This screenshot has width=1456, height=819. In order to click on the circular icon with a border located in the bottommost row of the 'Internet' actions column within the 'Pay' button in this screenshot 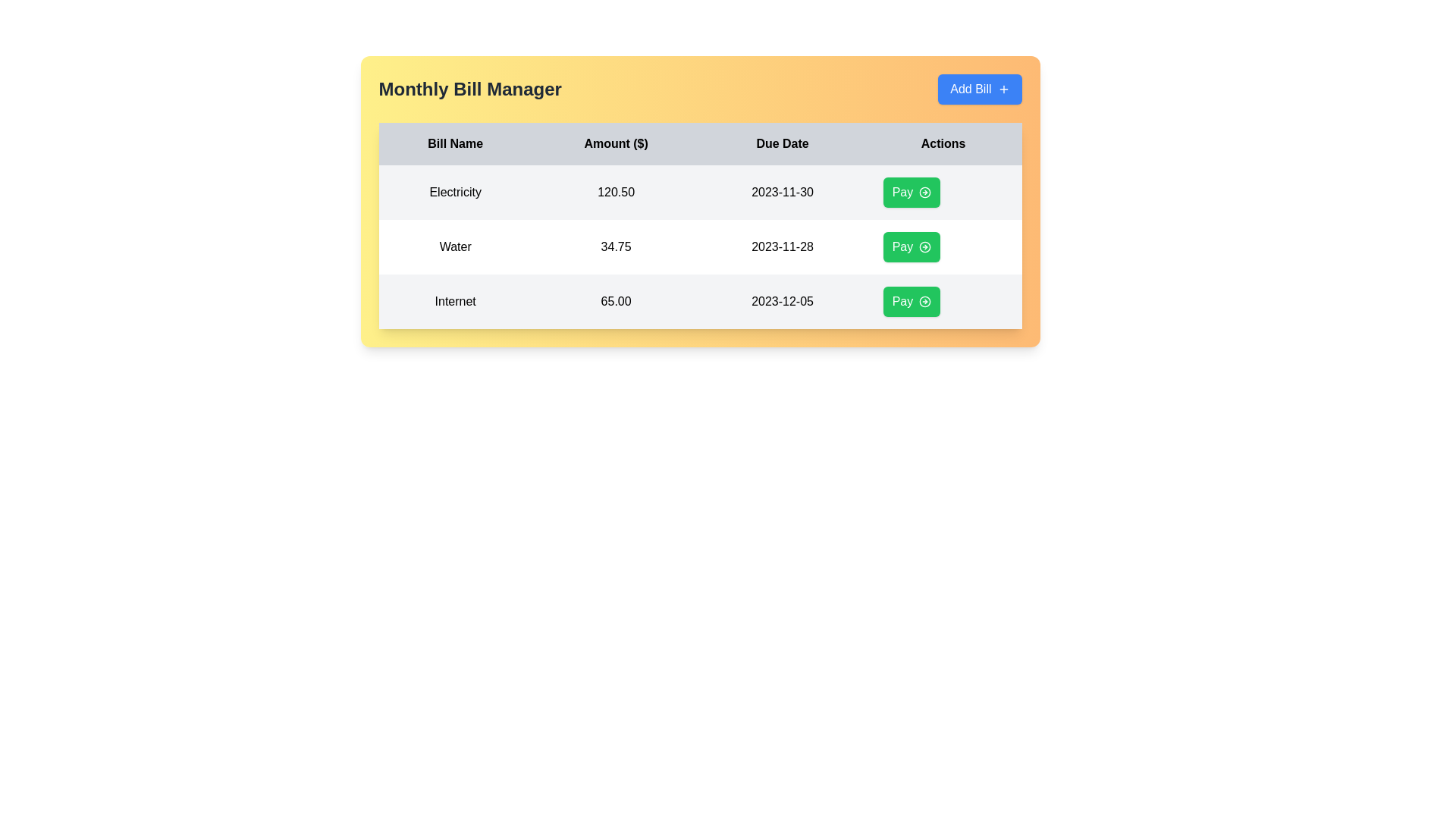, I will do `click(924, 301)`.